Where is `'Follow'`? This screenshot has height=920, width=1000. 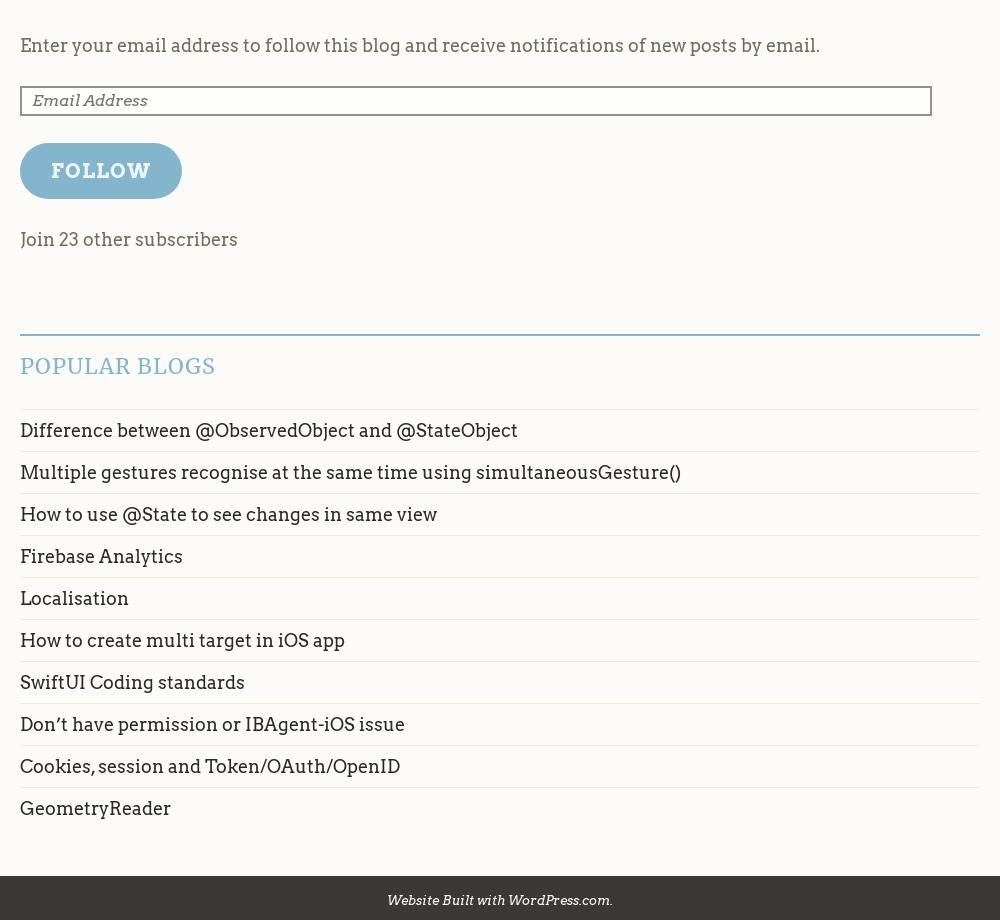 'Follow' is located at coordinates (99, 169).